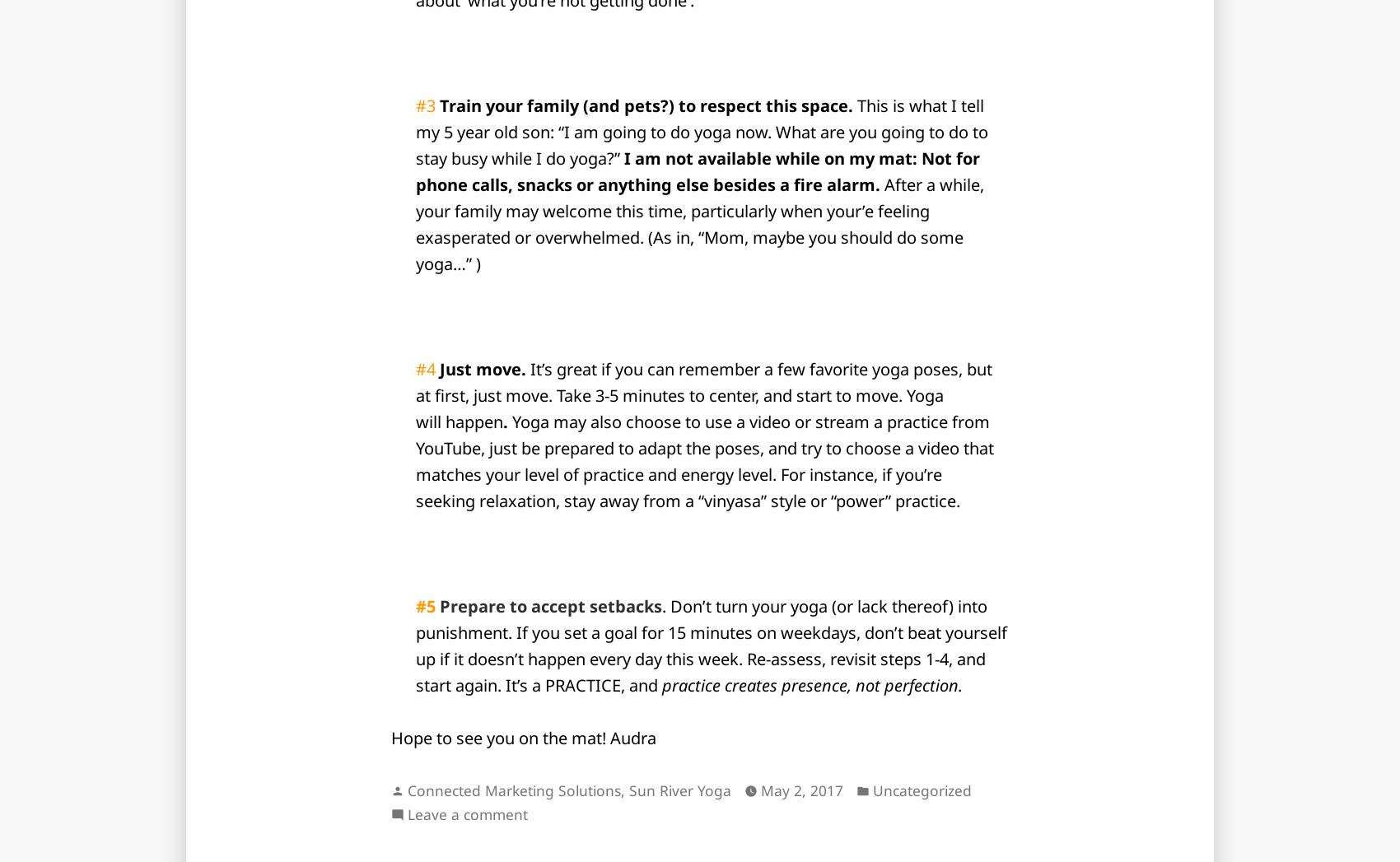  I want to click on 'Hope to see you on the mat! Audra', so click(522, 737).